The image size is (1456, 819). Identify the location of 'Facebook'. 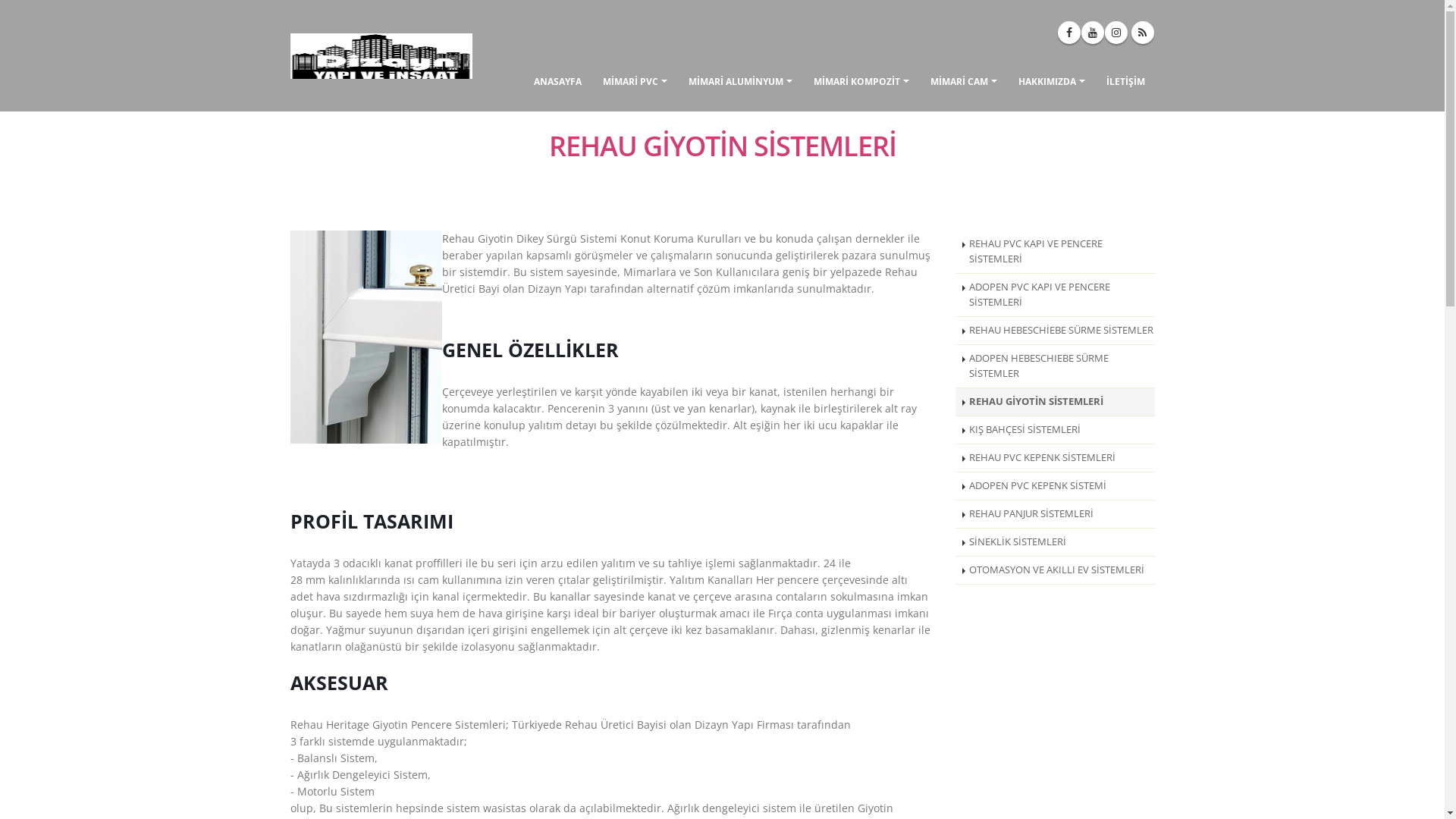
(1056, 32).